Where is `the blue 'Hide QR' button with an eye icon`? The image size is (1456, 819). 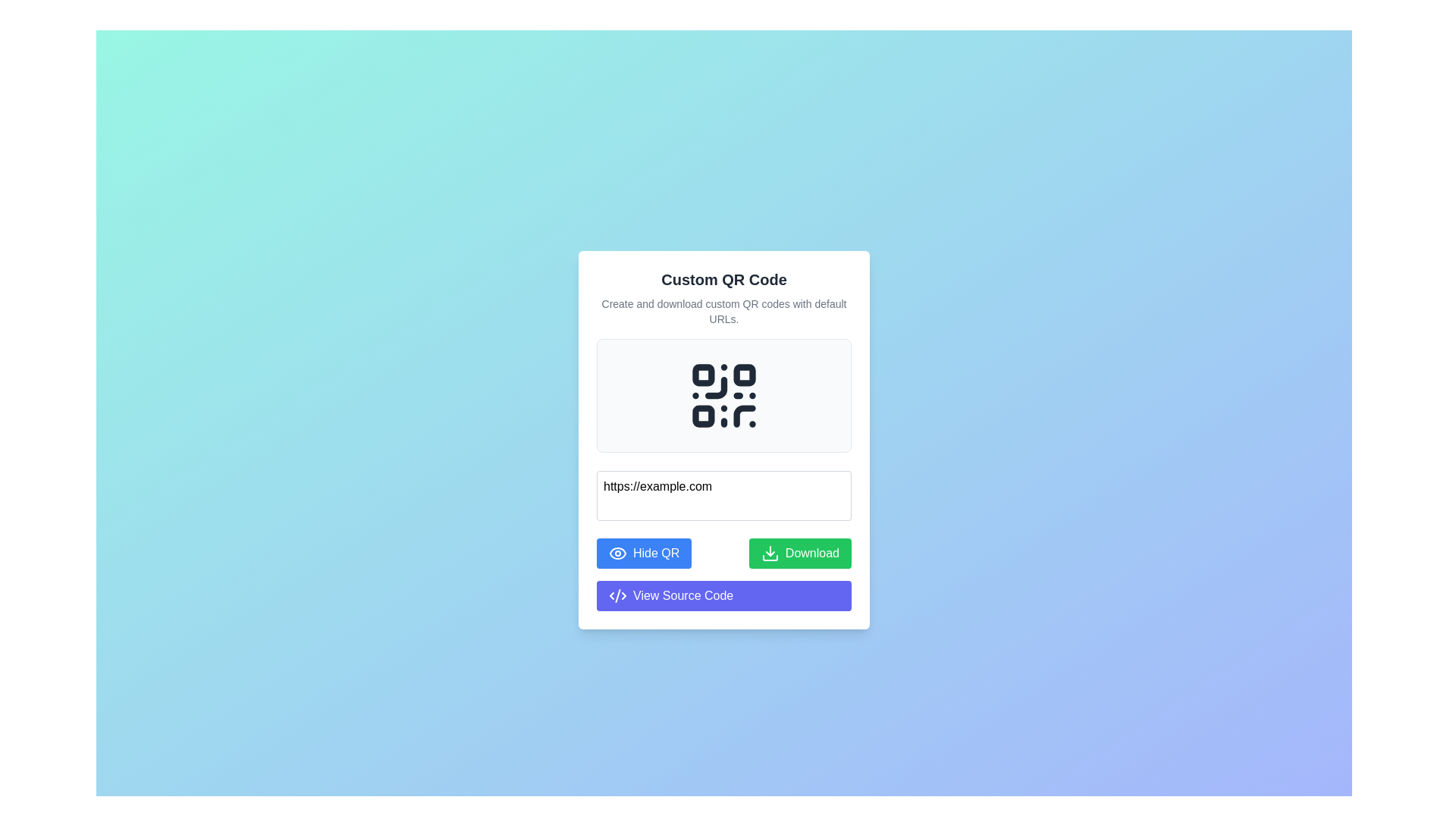
the blue 'Hide QR' button with an eye icon is located at coordinates (644, 553).